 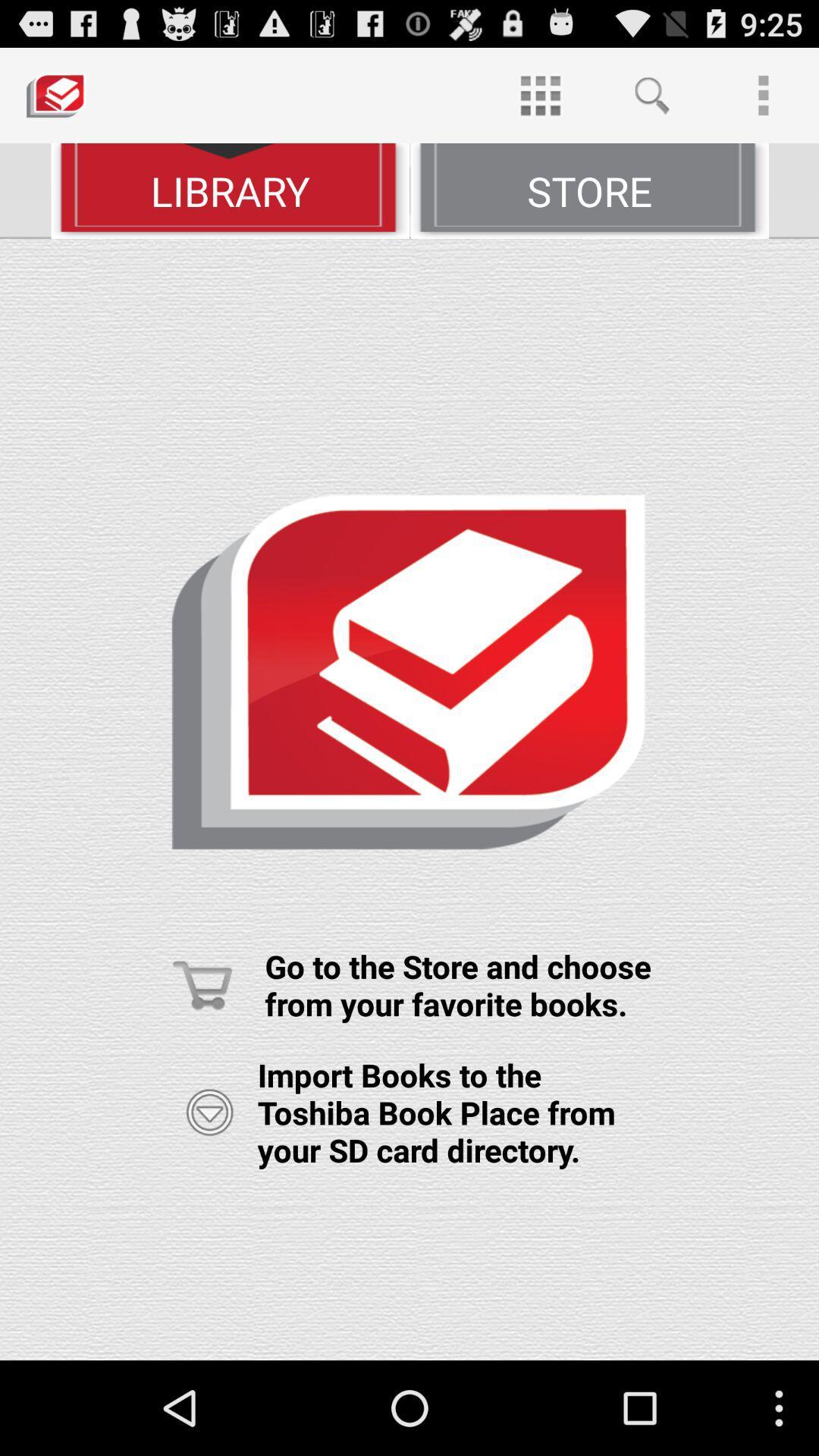 What do you see at coordinates (209, 1189) in the screenshot?
I see `the expand_more icon` at bounding box center [209, 1189].